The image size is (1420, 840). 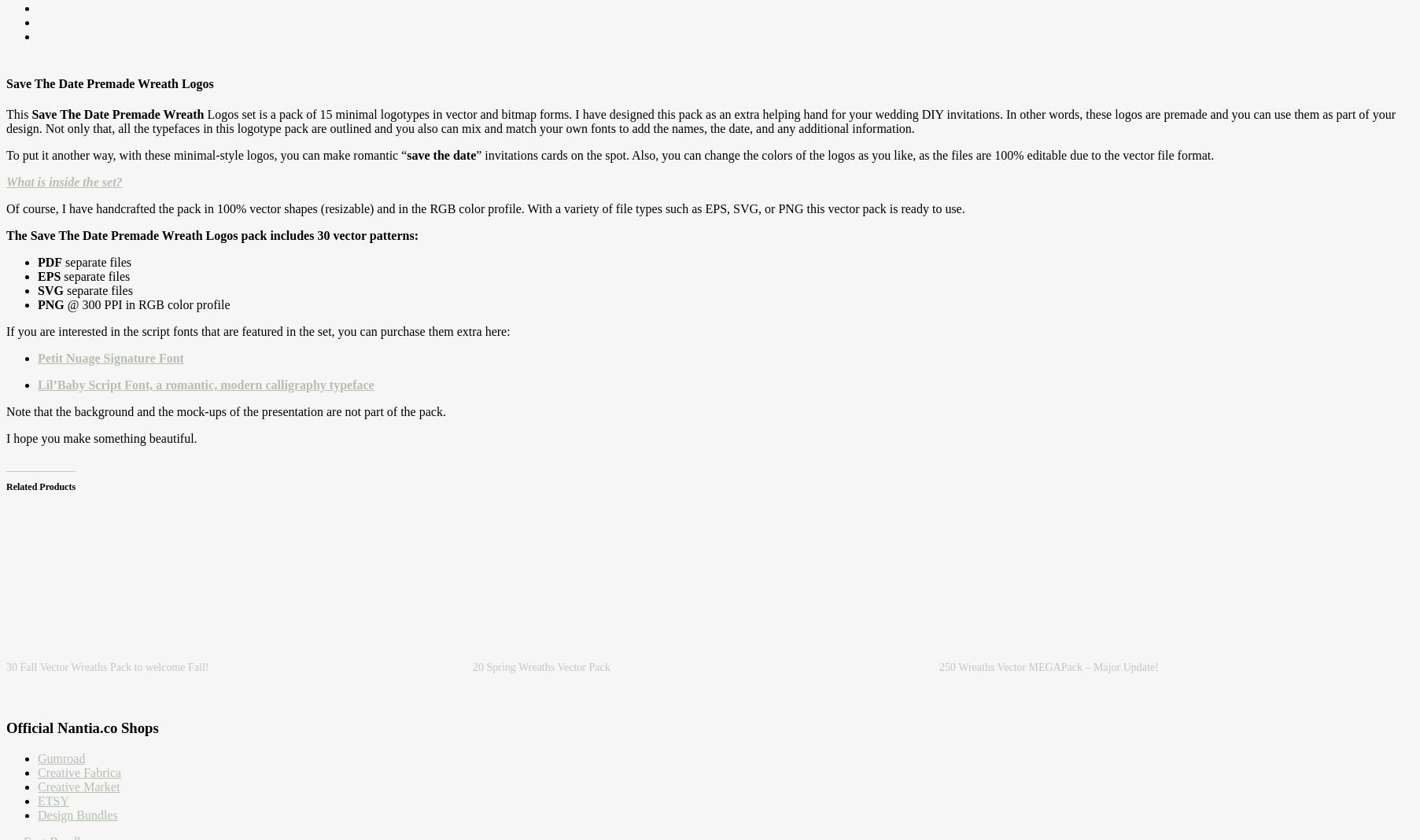 I want to click on 'EPS', so click(x=48, y=275).